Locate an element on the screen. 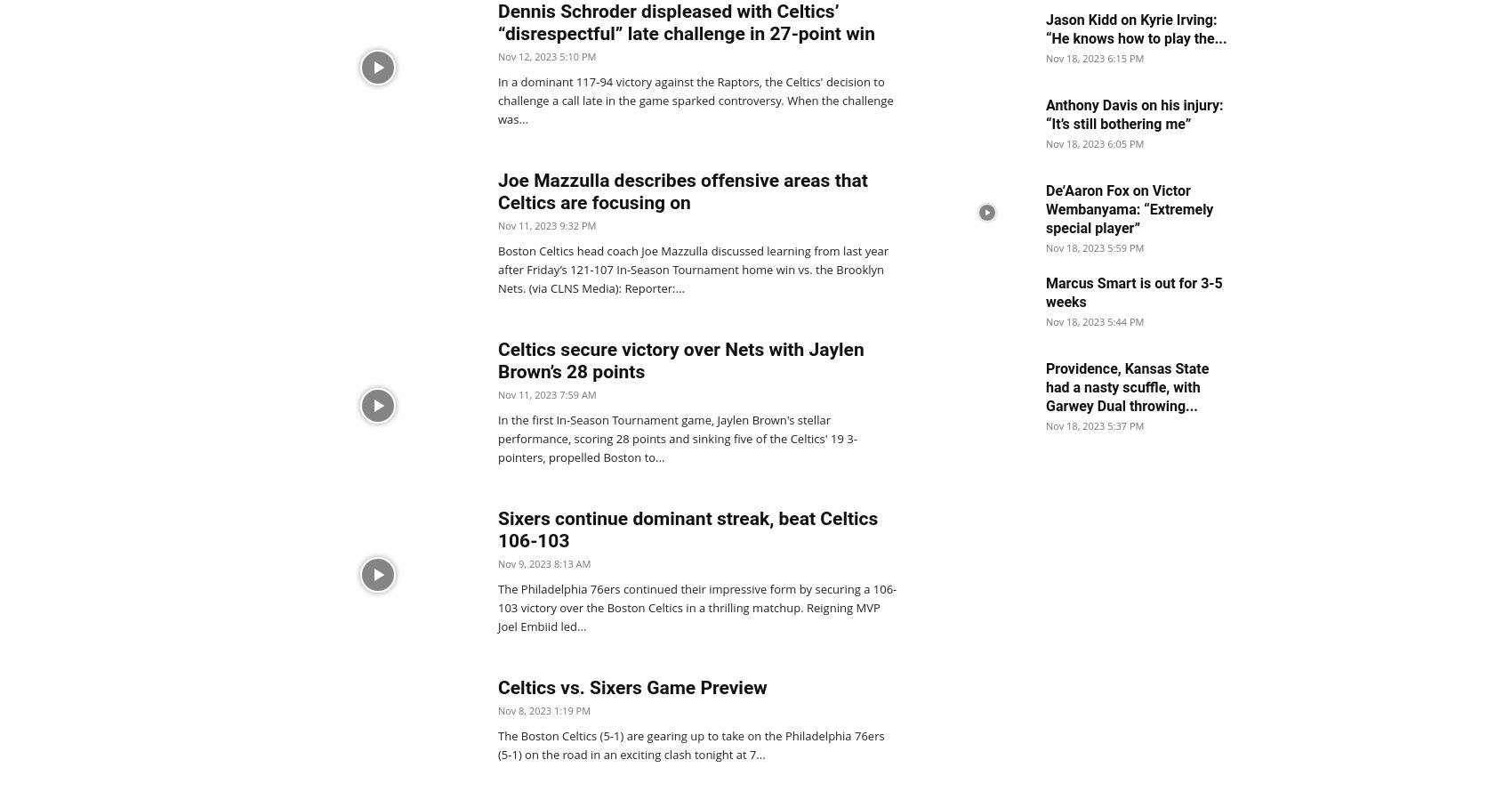 Image resolution: width=1512 pixels, height=792 pixels. 'Boston Celtics head coach Joe Mazzulla discussed learning from last year after Friday’s 121-107 In-Season Tournament home win vs. the Brooklyn Nets. (via CLNS Media): Reporter:...' is located at coordinates (692, 269).